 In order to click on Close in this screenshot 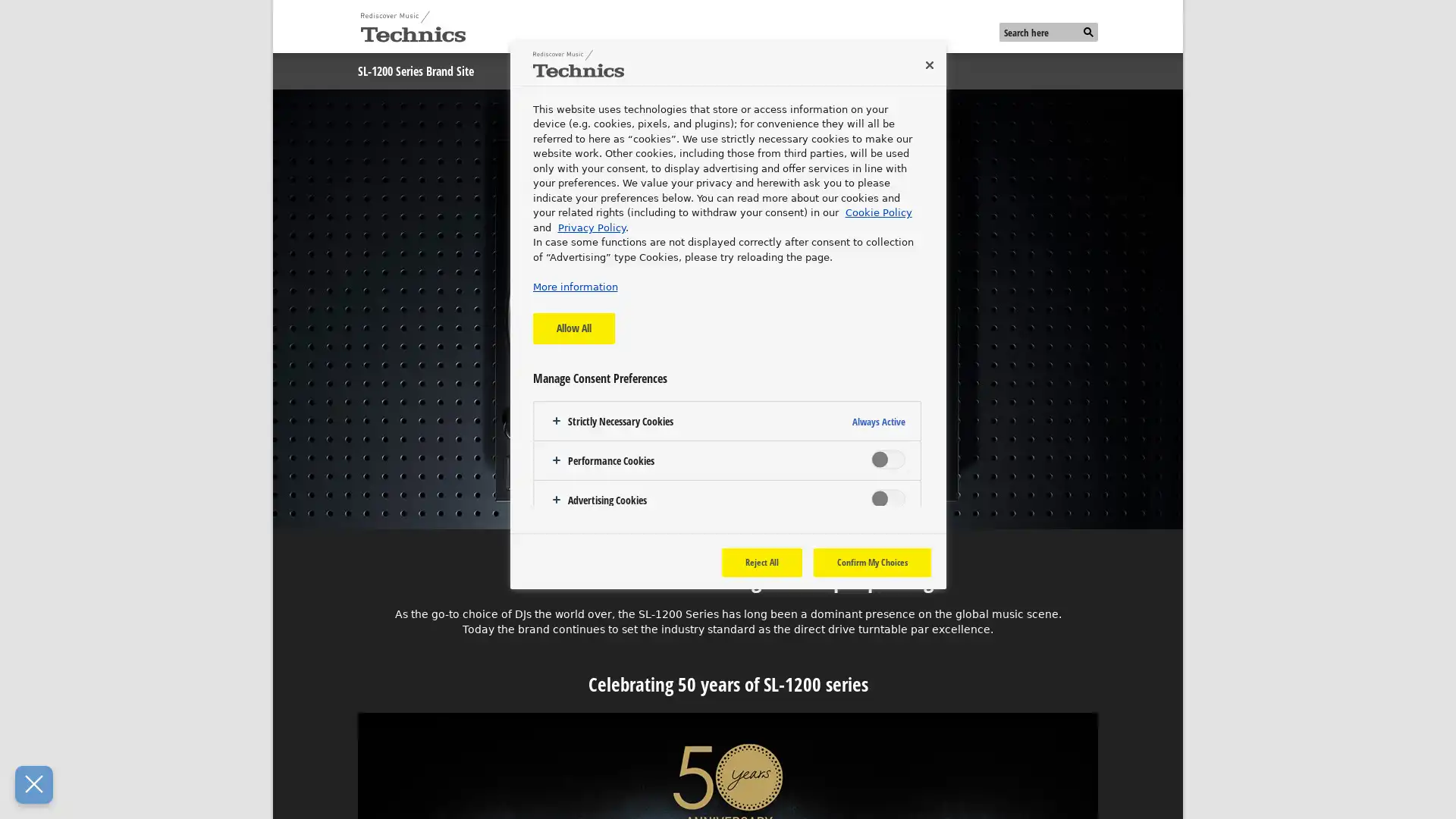, I will do `click(927, 64)`.